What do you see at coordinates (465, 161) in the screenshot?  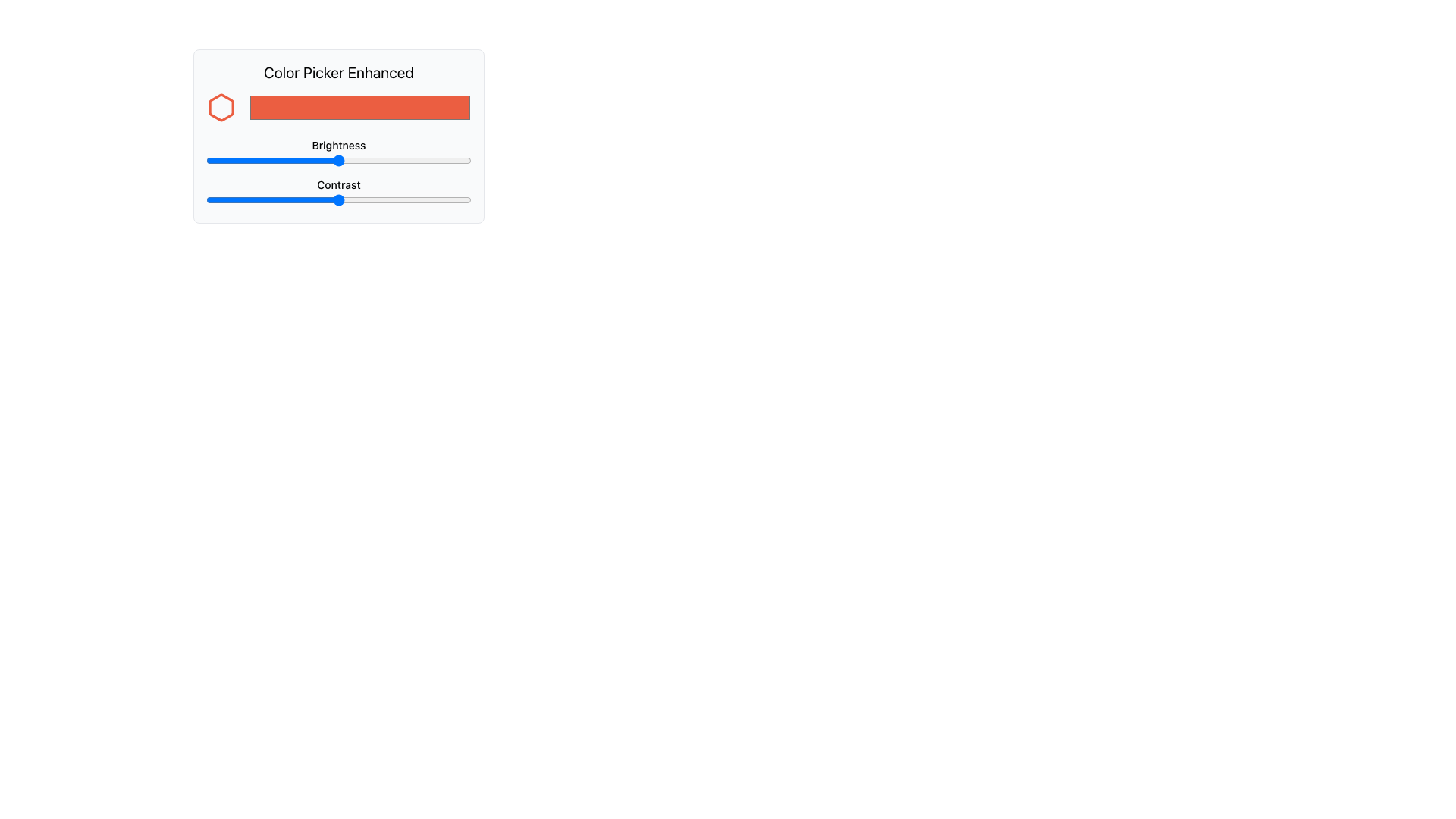 I see `brightness` at bounding box center [465, 161].